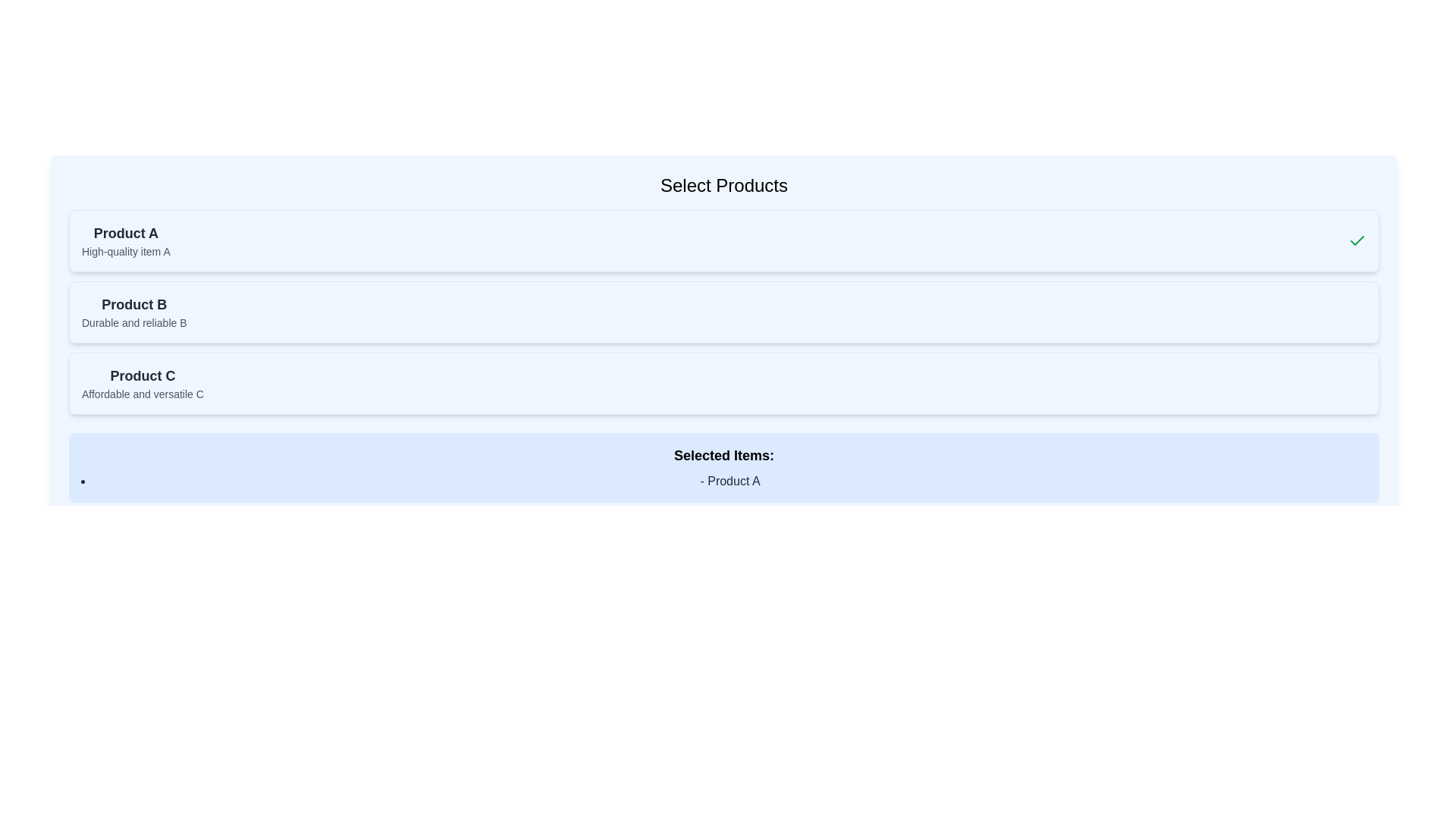 Image resolution: width=1456 pixels, height=819 pixels. What do you see at coordinates (143, 375) in the screenshot?
I see `the title text for the third product section, which helps users identify this product category, located above the description text 'Affordable and versatile C'` at bounding box center [143, 375].